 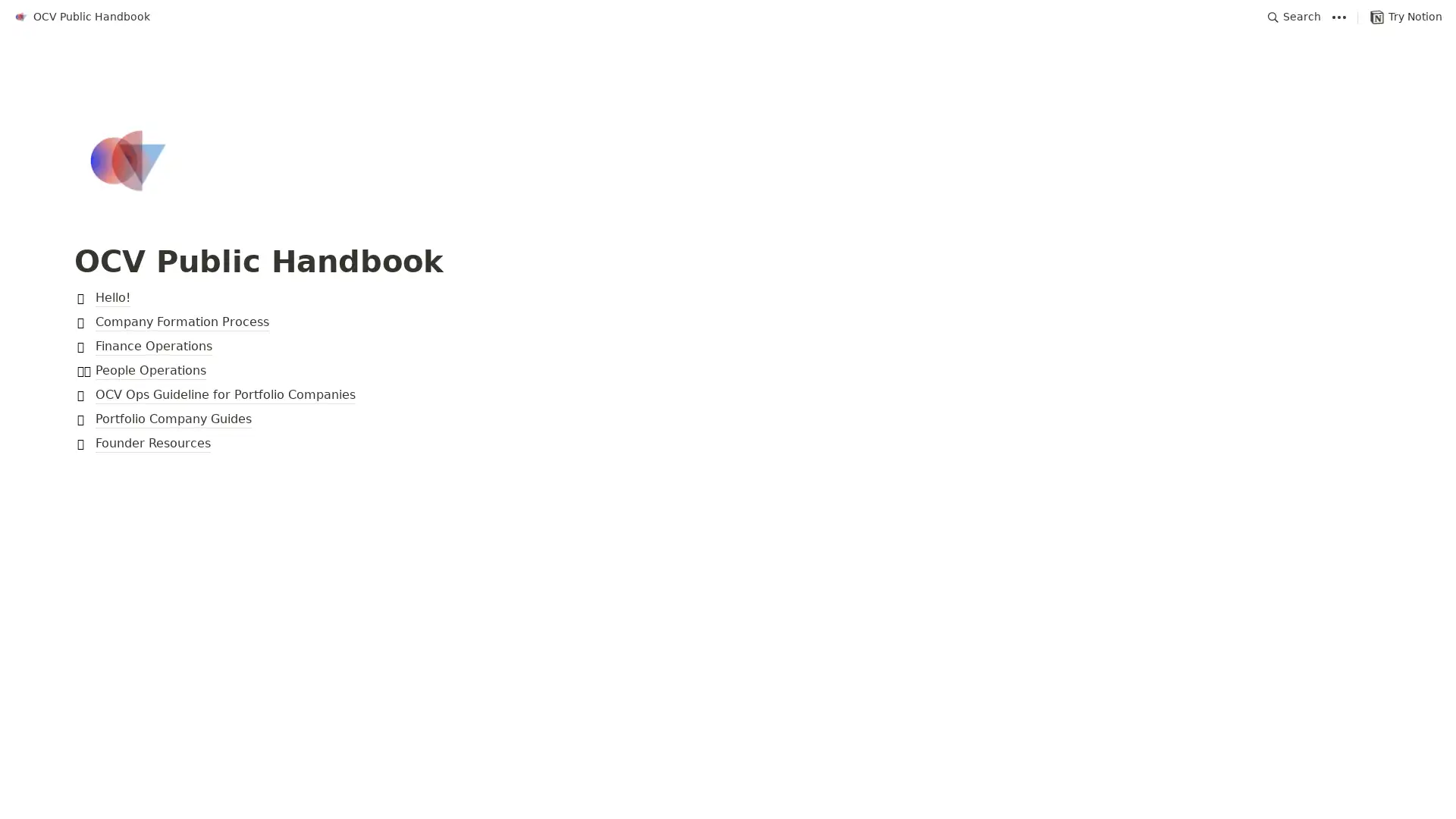 I want to click on Finance Operations, so click(x=728, y=347).